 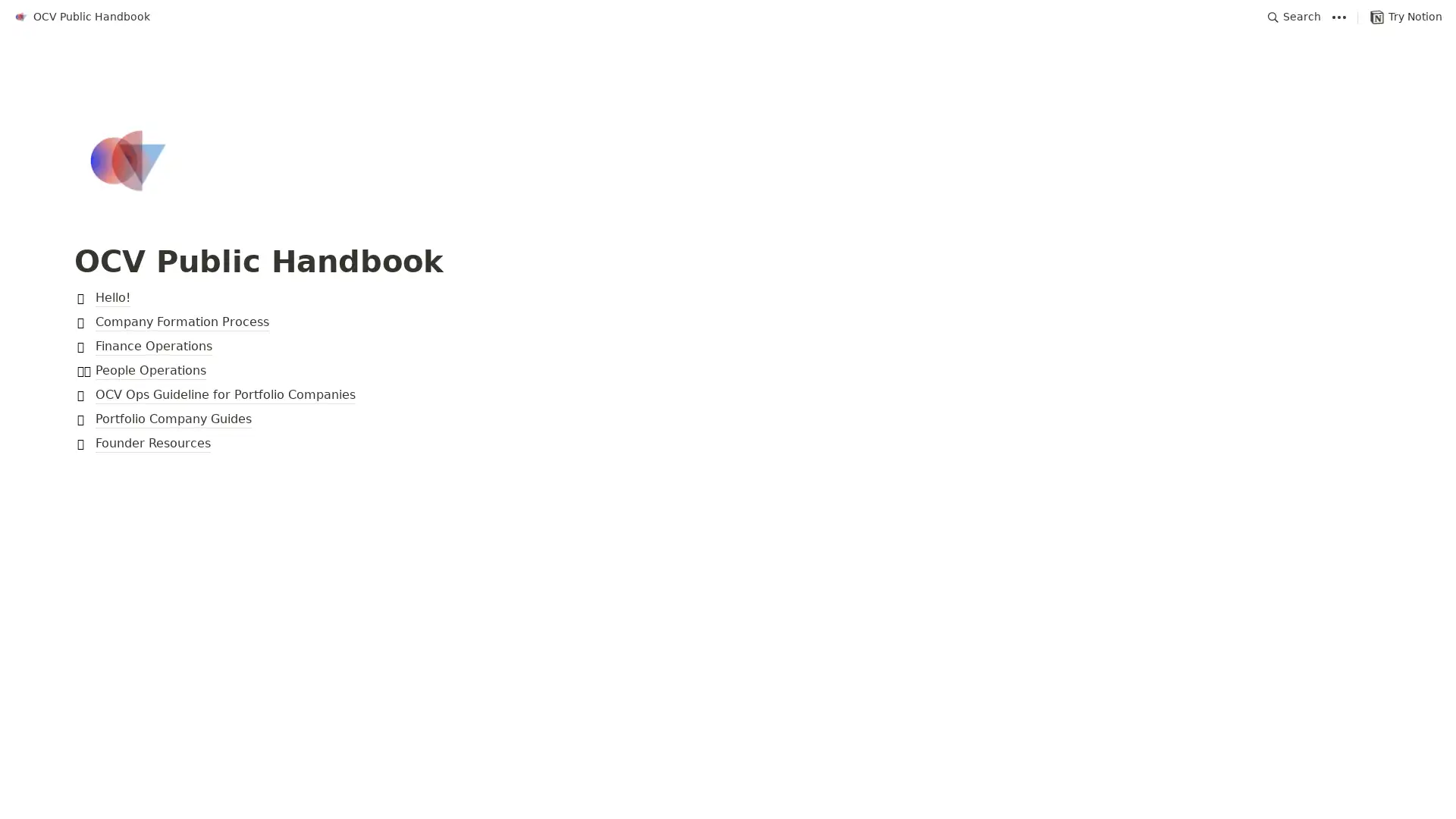 I want to click on Finance Operations, so click(x=728, y=347).